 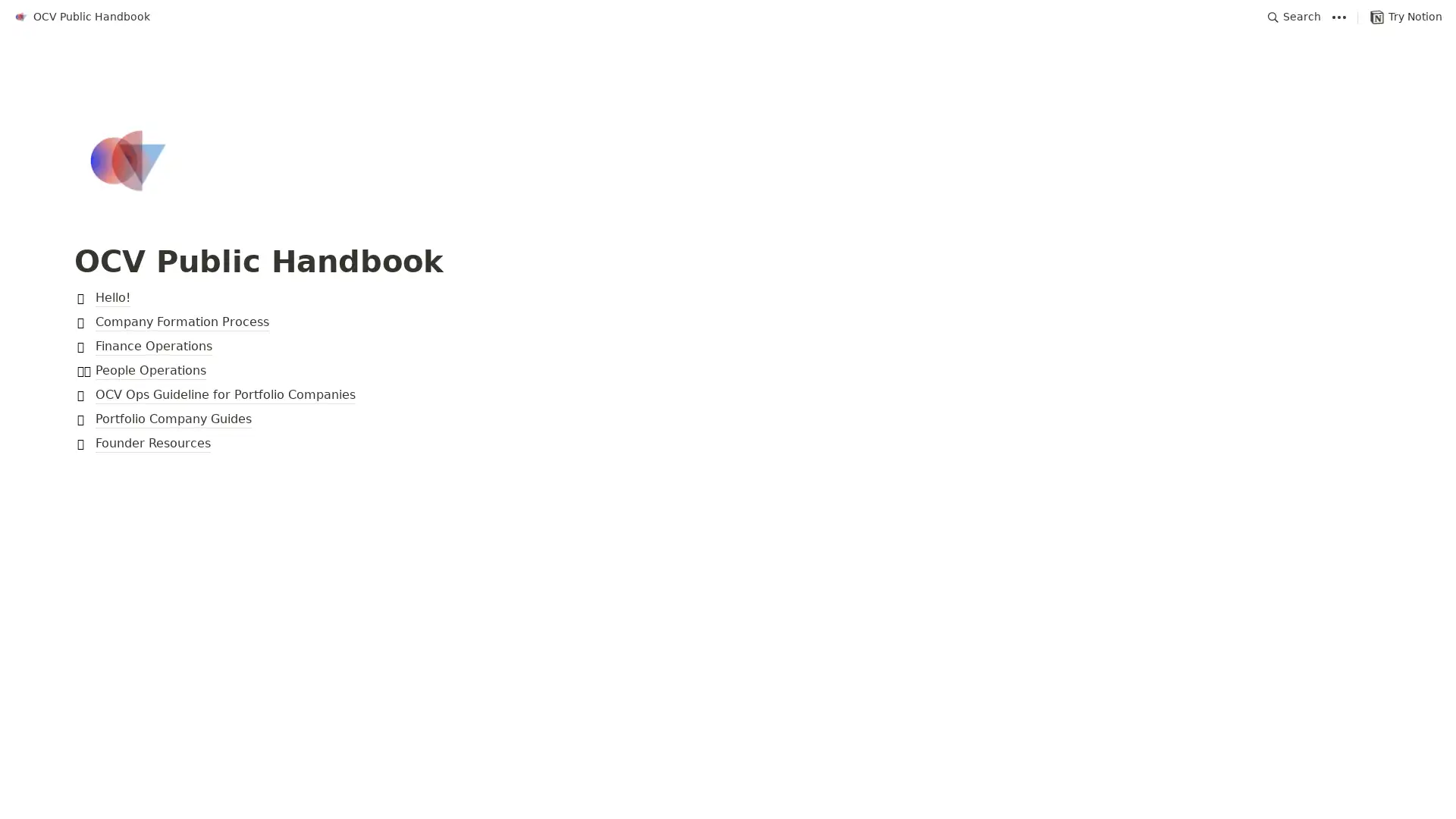 I want to click on Finance Operations, so click(x=728, y=347).